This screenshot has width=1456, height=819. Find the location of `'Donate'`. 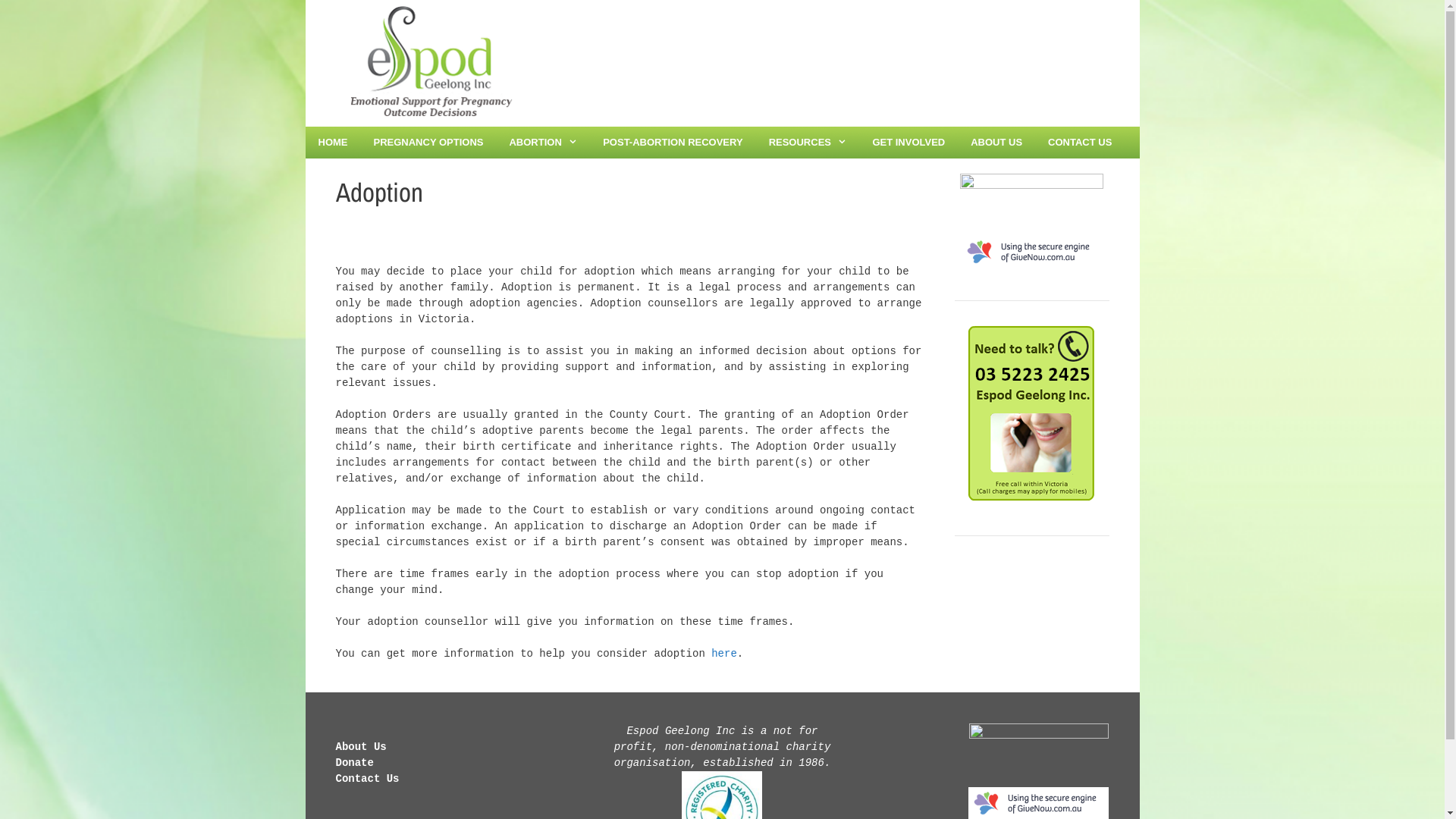

'Donate' is located at coordinates (334, 763).